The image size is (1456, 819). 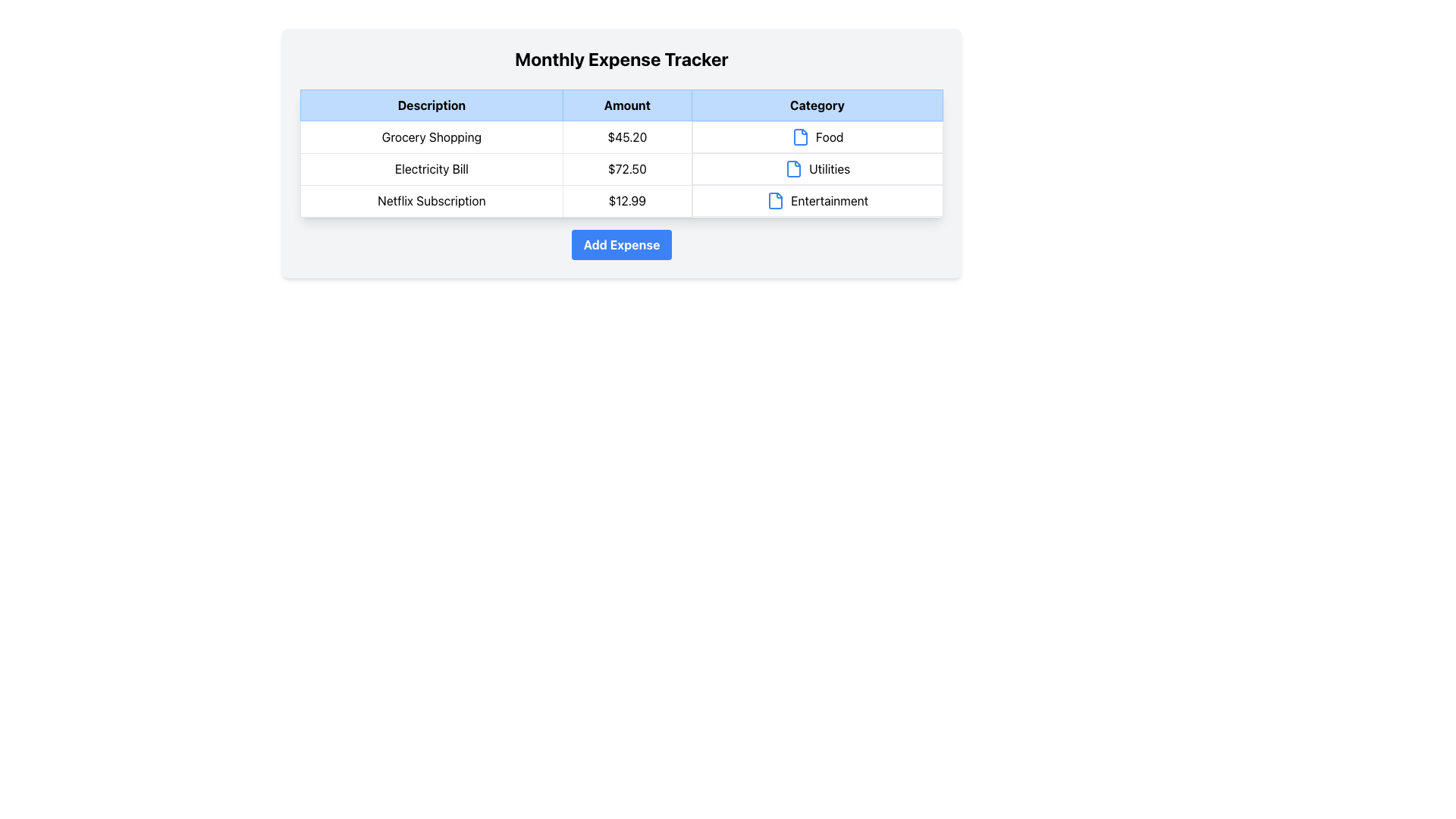 What do you see at coordinates (431, 104) in the screenshot?
I see `the first column header of the table, which indicates the purpose of the corresponding column, positioned leftmost before 'Amount' and 'Category'` at bounding box center [431, 104].